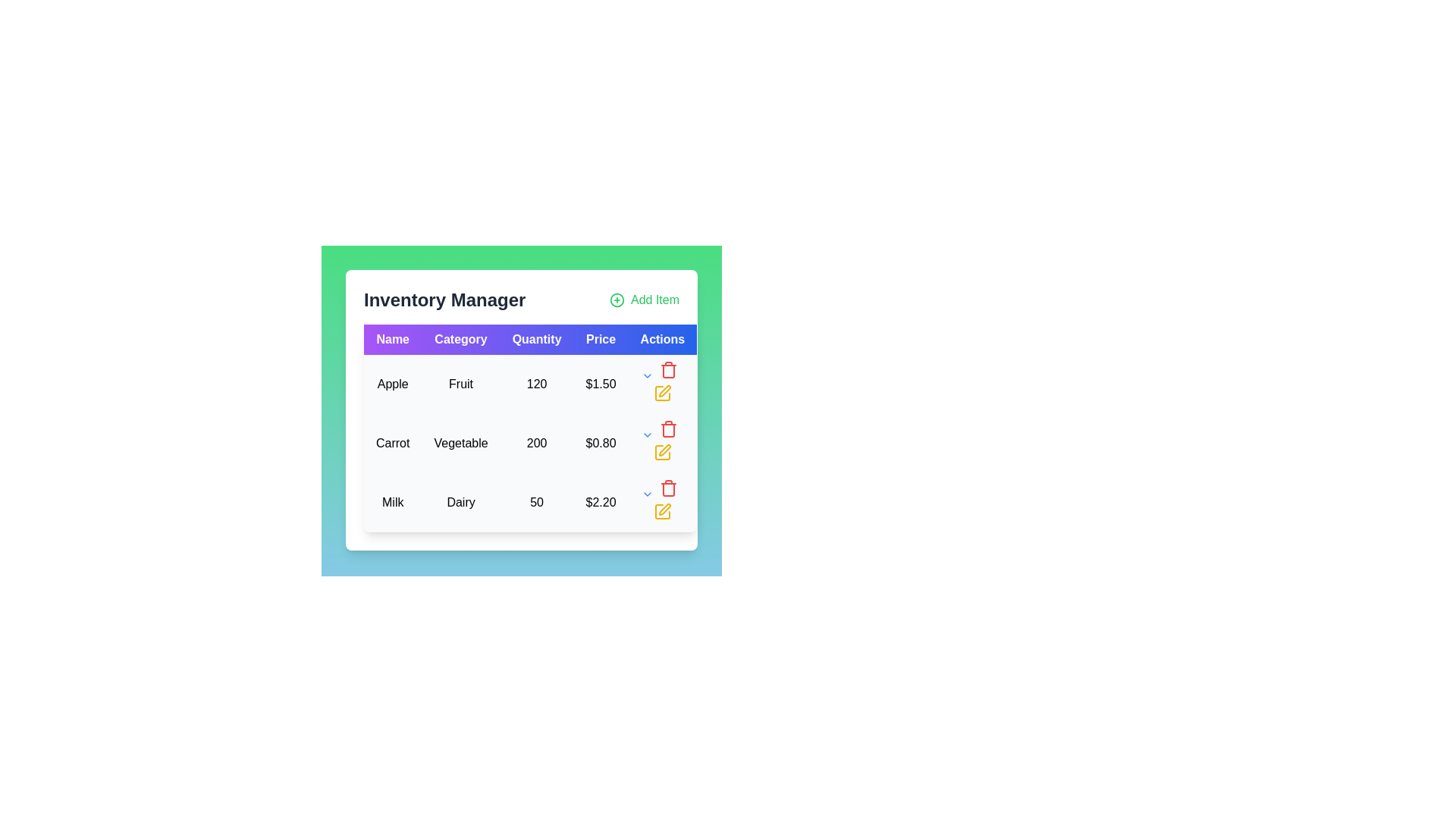 The width and height of the screenshot is (1456, 819). I want to click on the second row of the table that contains details about 'Carrot', highlighting it, so click(530, 444).